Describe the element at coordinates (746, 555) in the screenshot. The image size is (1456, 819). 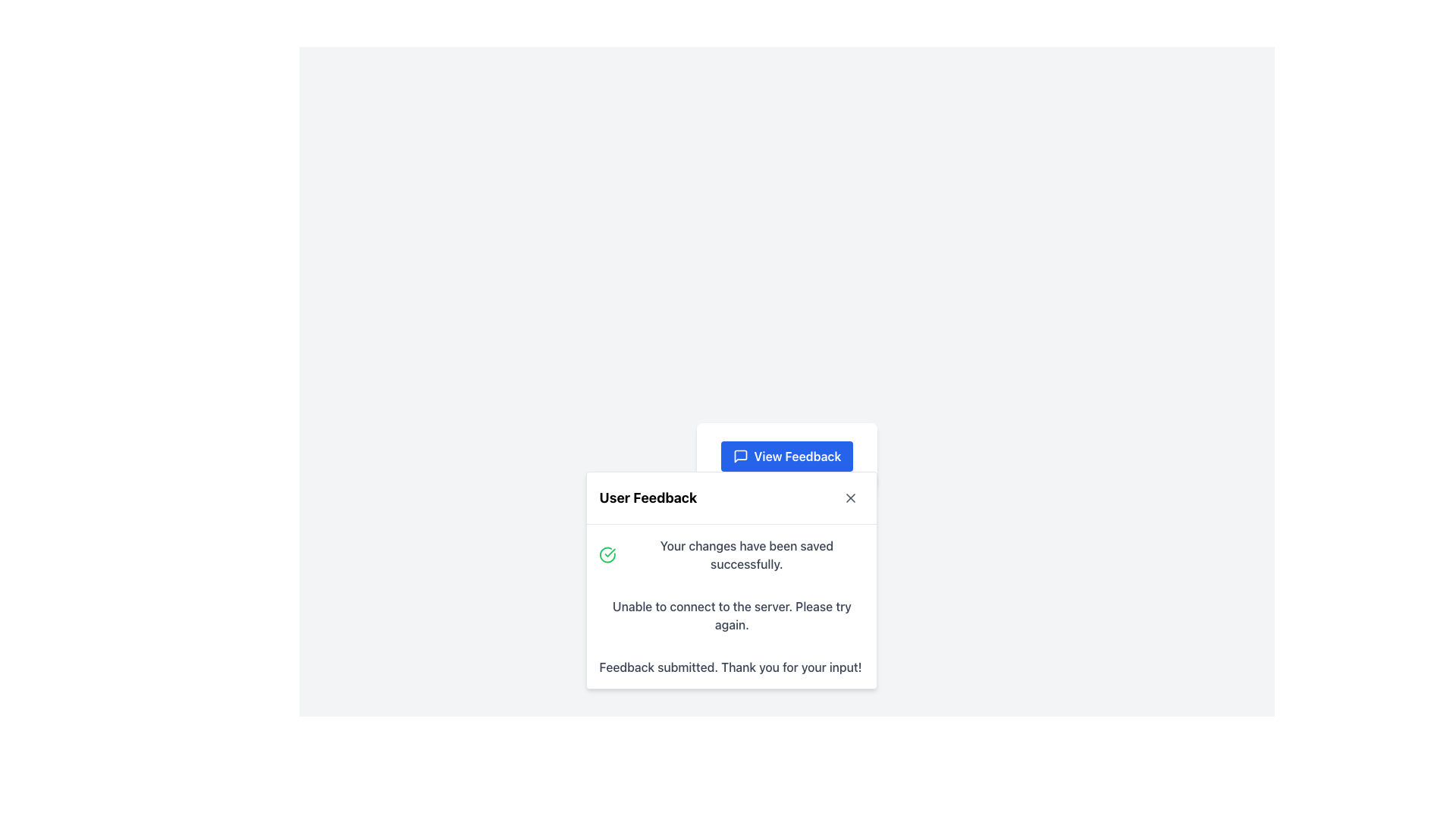
I see `confirmation message labeled 'Your changes have been saved successfully.' located in the 'User Feedback' dialog box, positioned to the right of the green checkmark icon` at that location.